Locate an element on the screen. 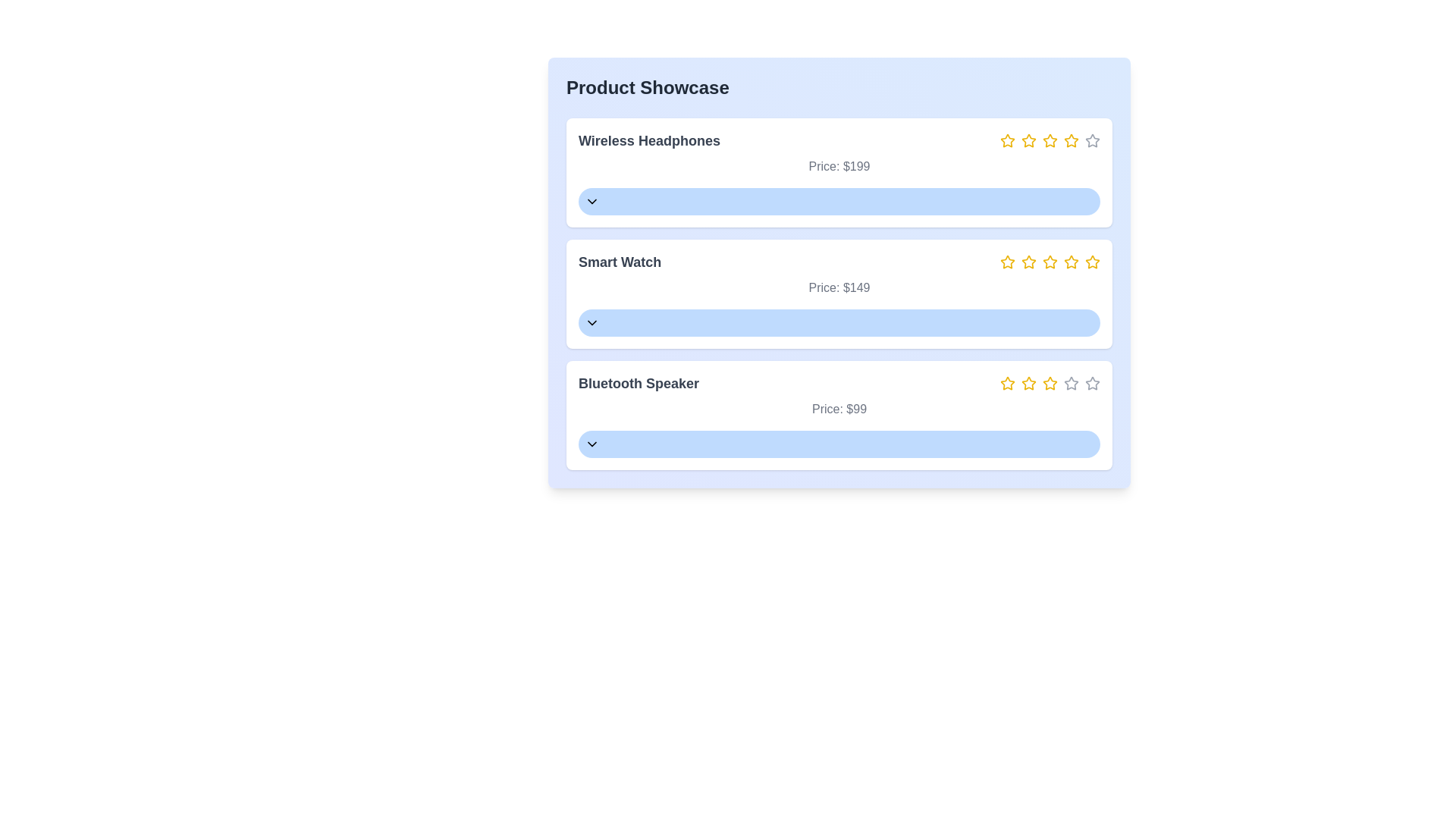 The width and height of the screenshot is (1456, 819). the fifth yellow star icon in the product rating system for 'Smart Watch' is located at coordinates (1070, 262).